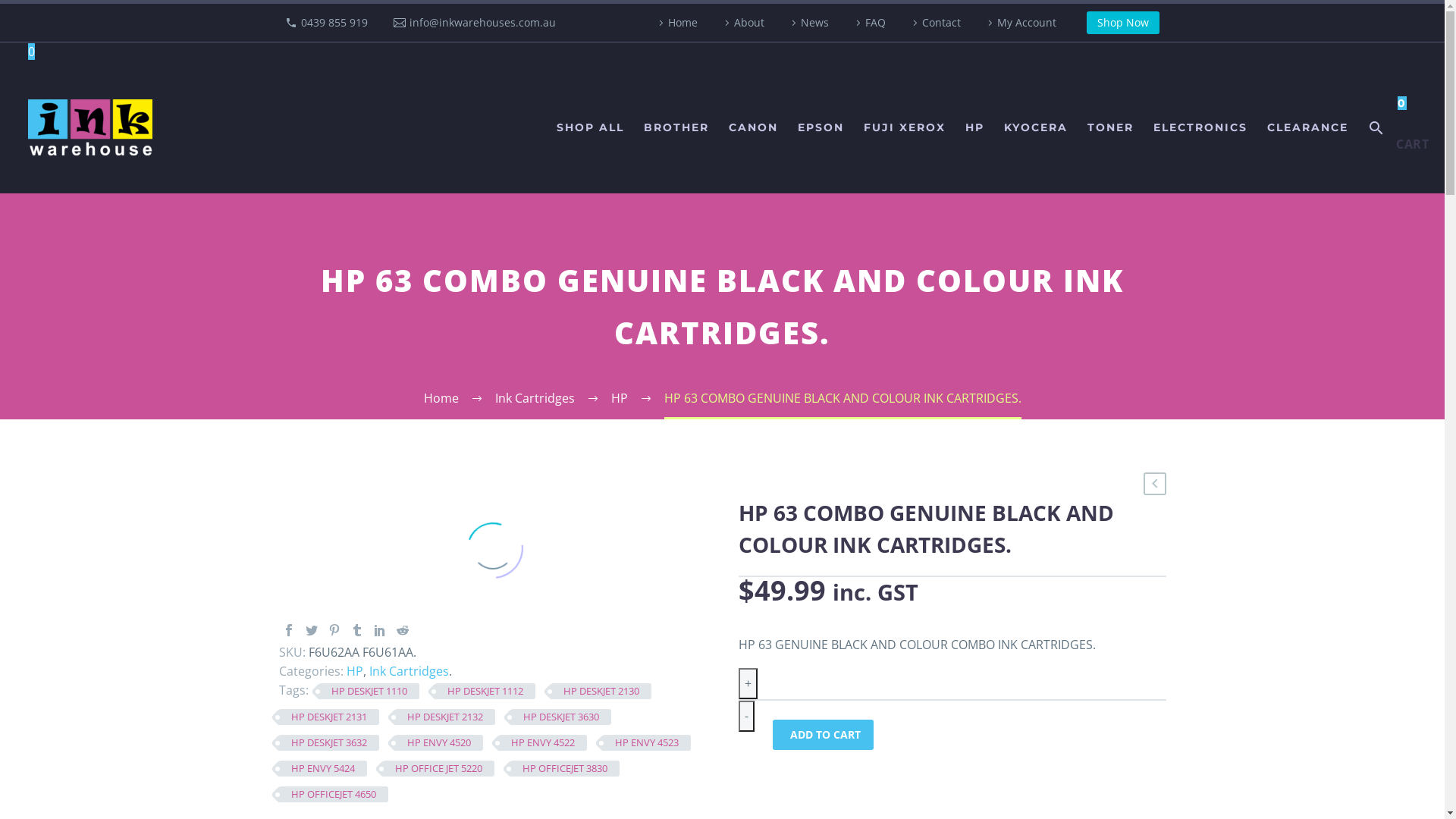 This screenshot has width=1456, height=819. Describe the element at coordinates (563, 768) in the screenshot. I see `'HP OFFICEJET 3830'` at that location.